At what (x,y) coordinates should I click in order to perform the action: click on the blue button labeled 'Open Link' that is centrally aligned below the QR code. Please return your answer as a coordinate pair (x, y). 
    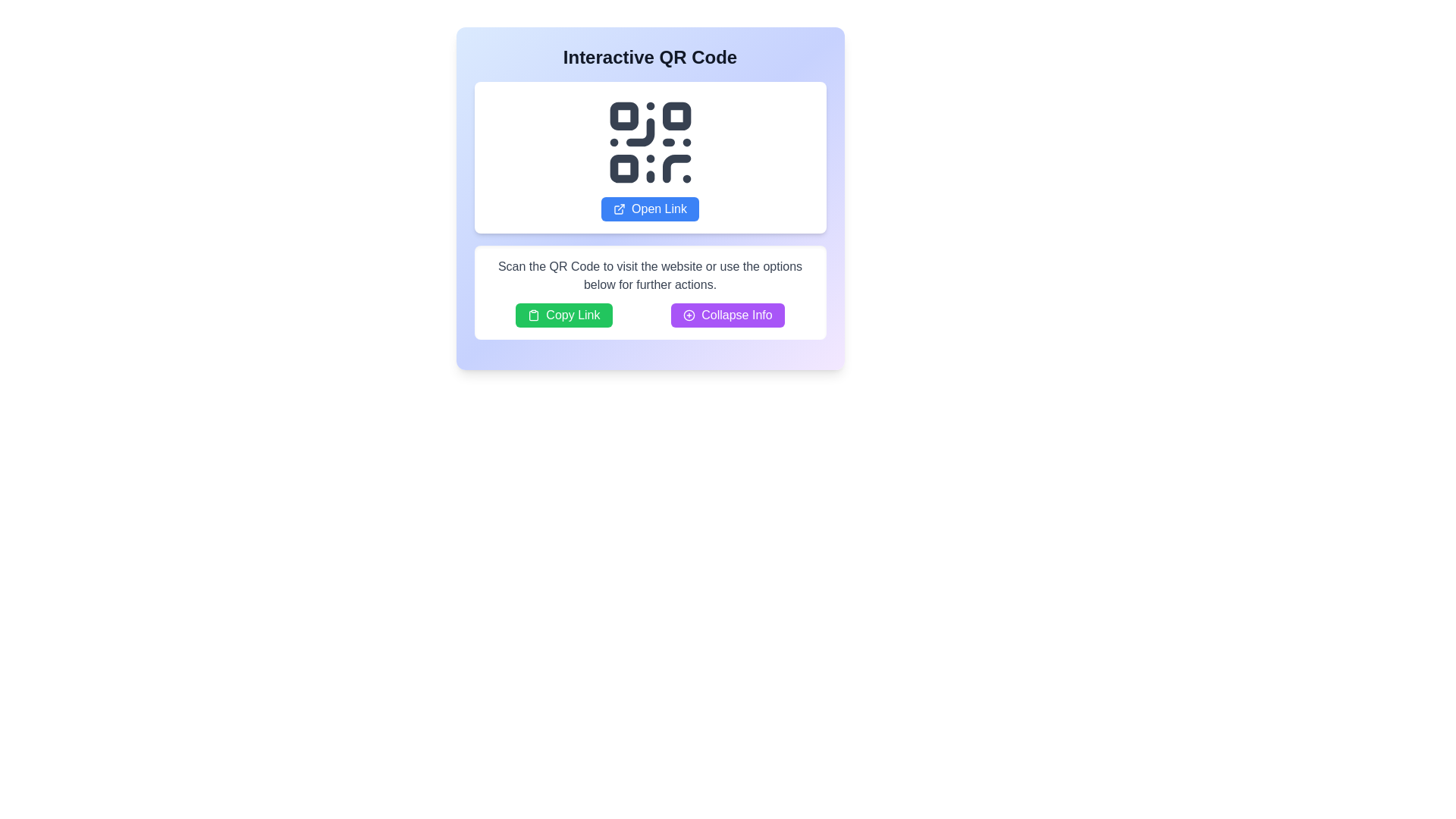
    Looking at the image, I should click on (650, 209).